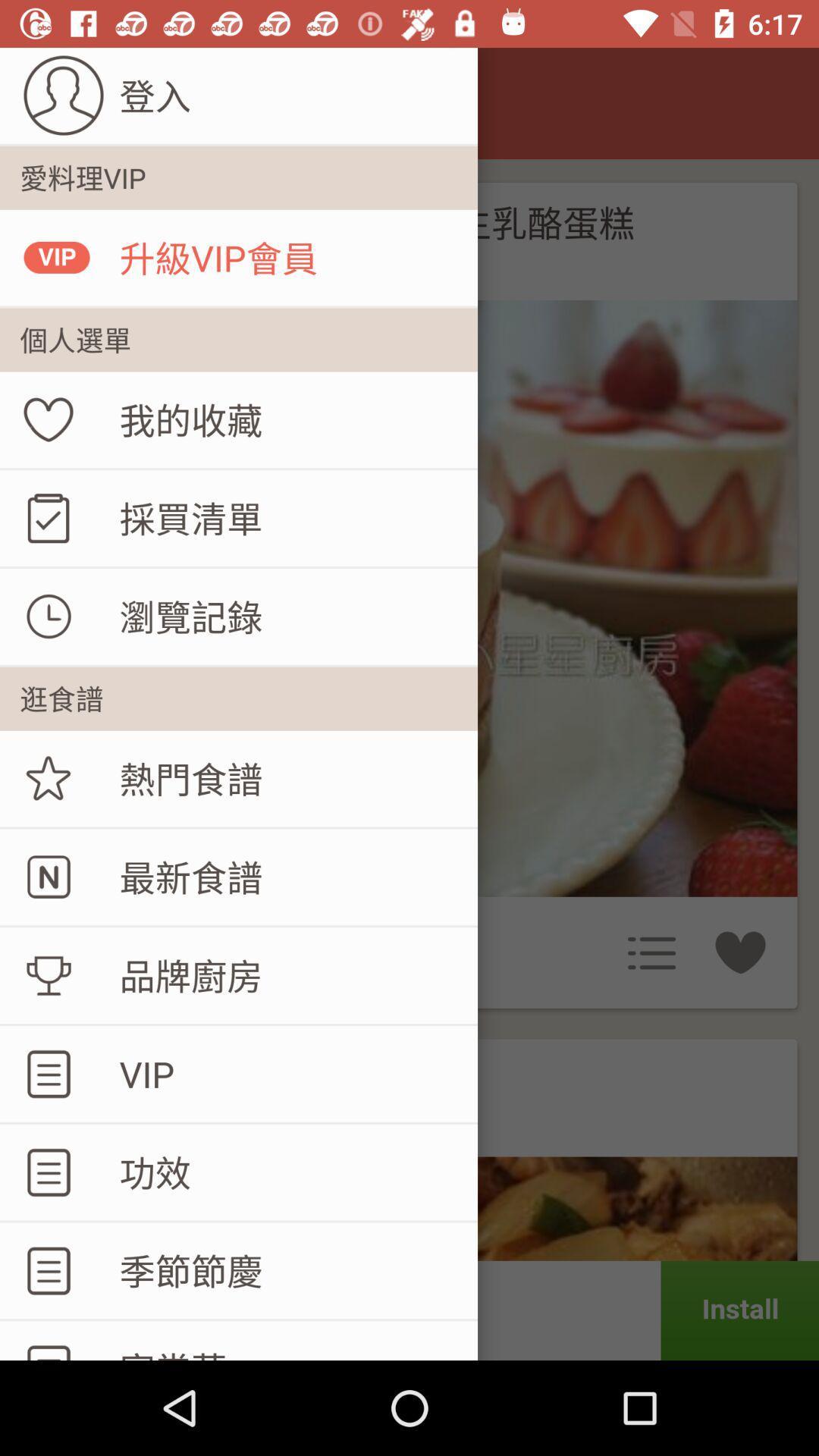 Image resolution: width=819 pixels, height=1456 pixels. What do you see at coordinates (56, 258) in the screenshot?
I see `vip which is above the favorite icon` at bounding box center [56, 258].